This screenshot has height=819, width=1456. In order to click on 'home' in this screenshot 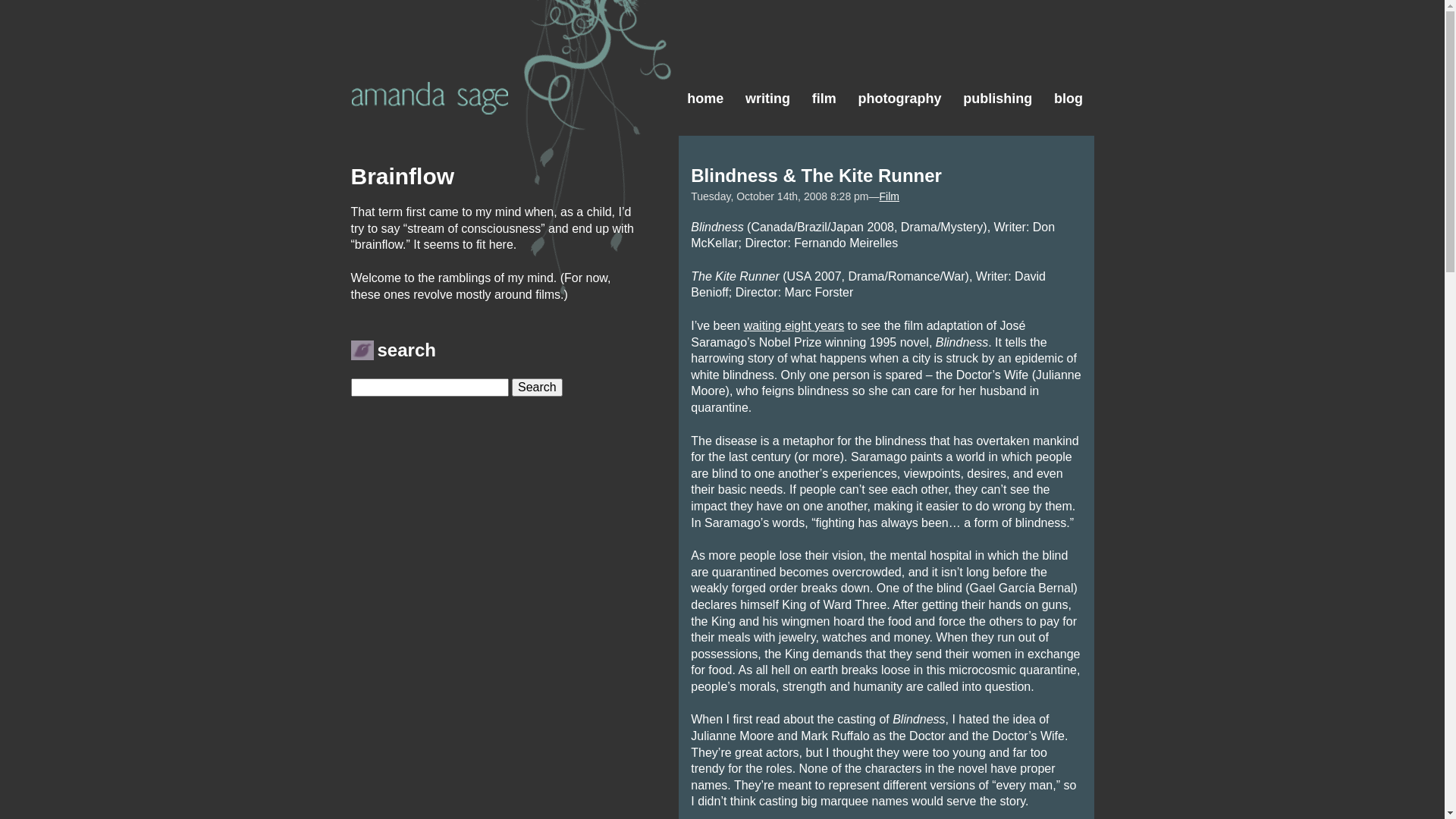, I will do `click(704, 61)`.